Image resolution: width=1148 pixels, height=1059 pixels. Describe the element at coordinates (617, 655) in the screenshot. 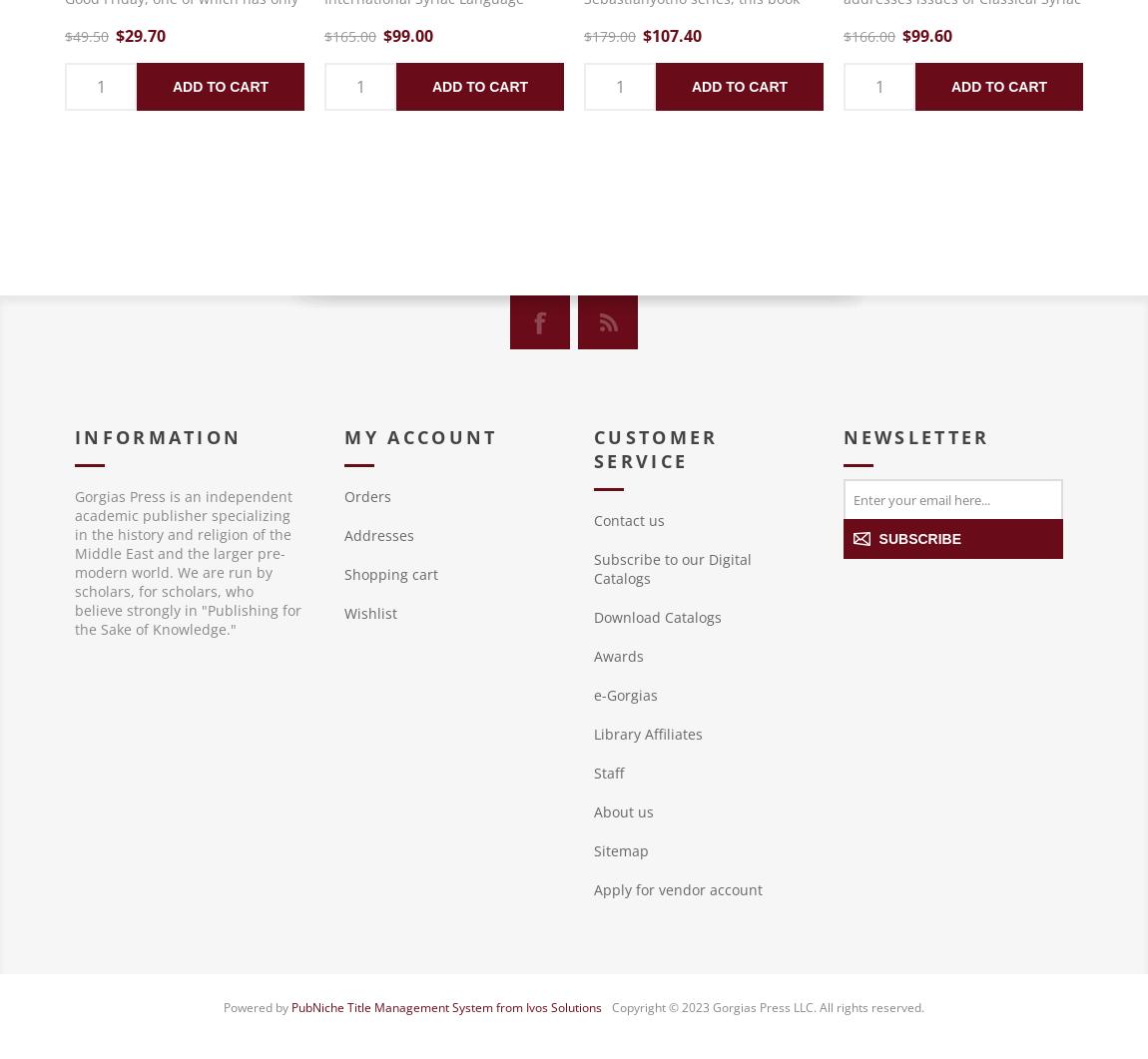

I see `'Awards'` at that location.